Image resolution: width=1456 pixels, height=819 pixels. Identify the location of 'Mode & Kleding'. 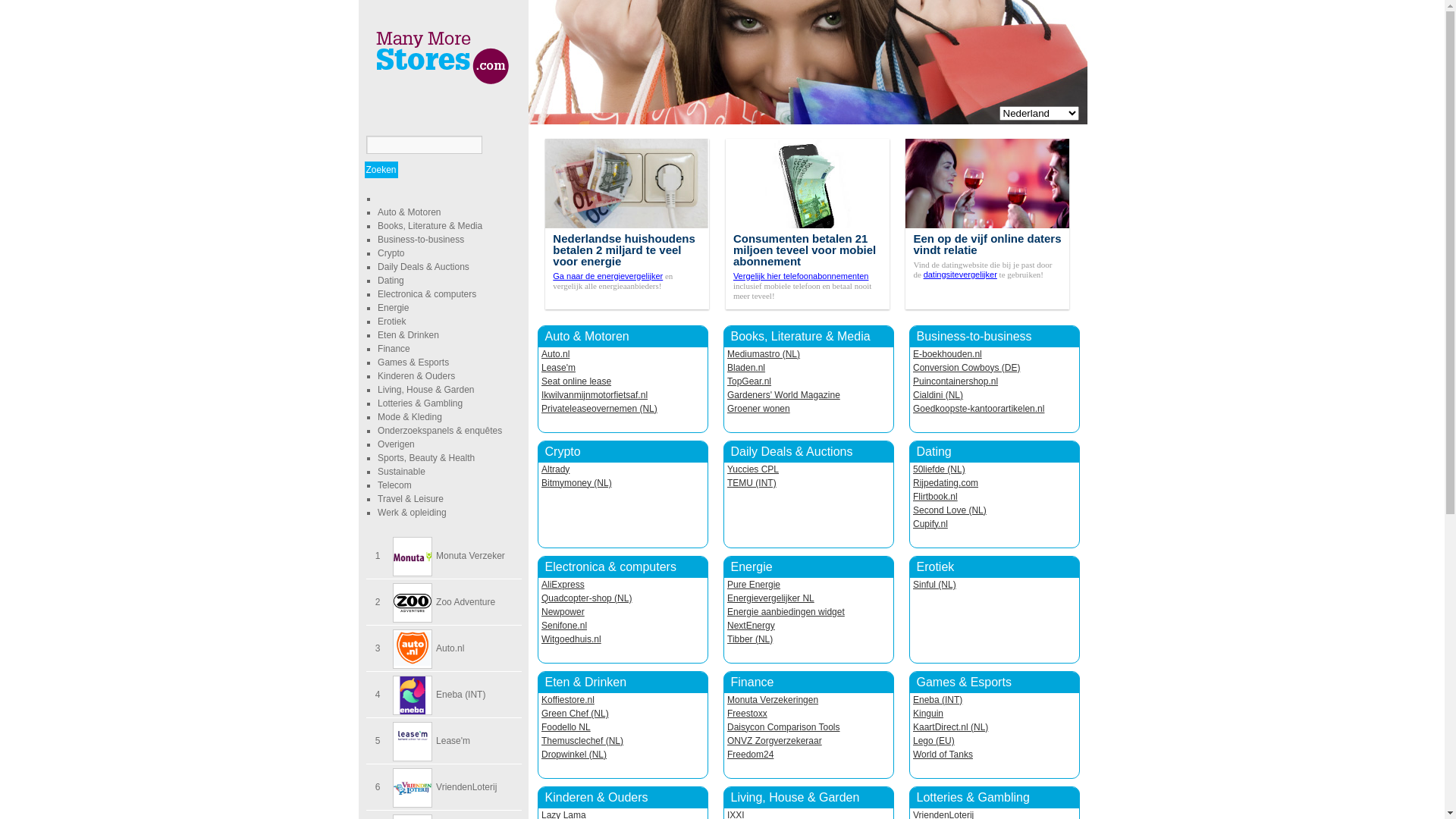
(409, 417).